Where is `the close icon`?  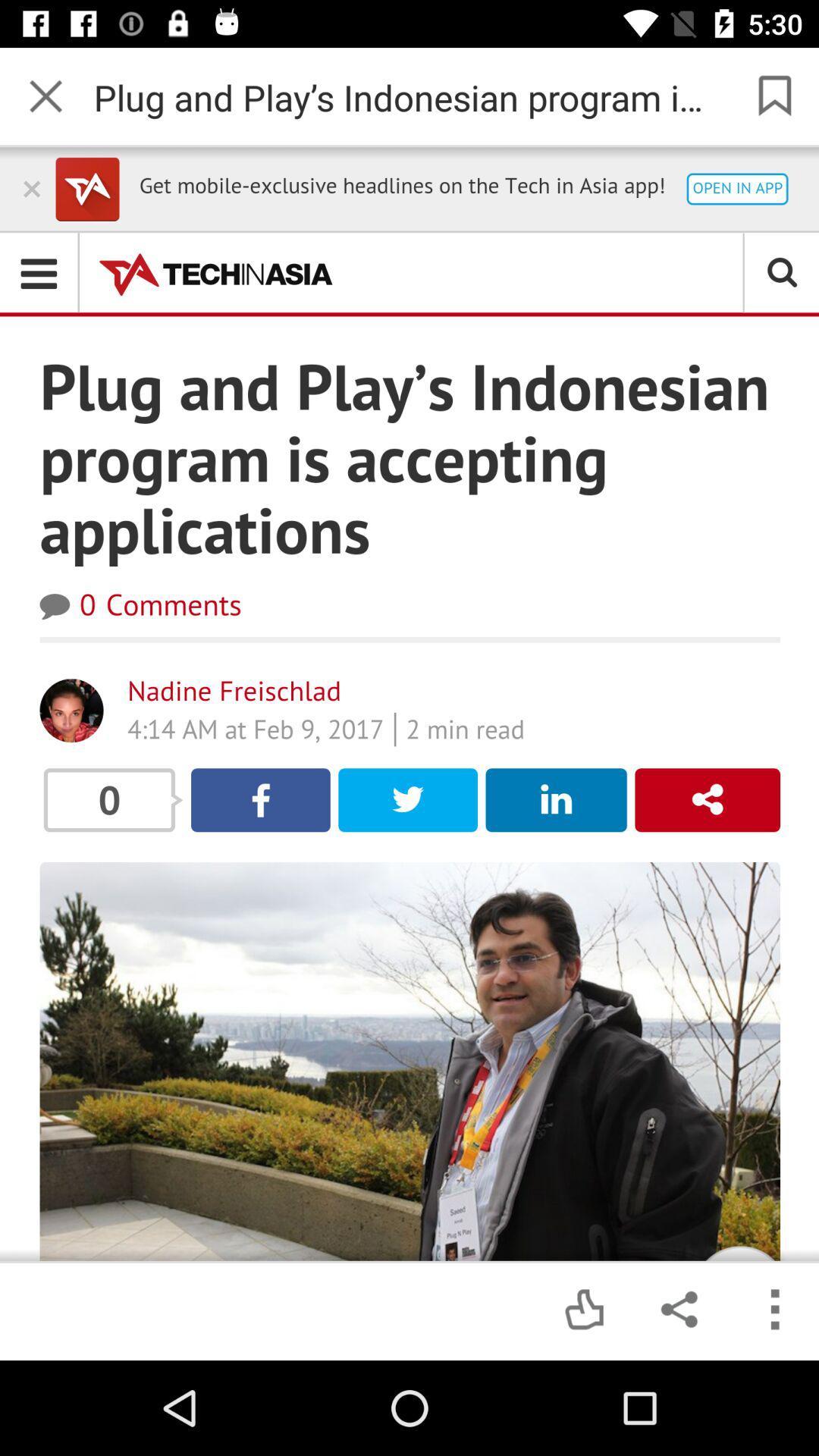 the close icon is located at coordinates (45, 96).